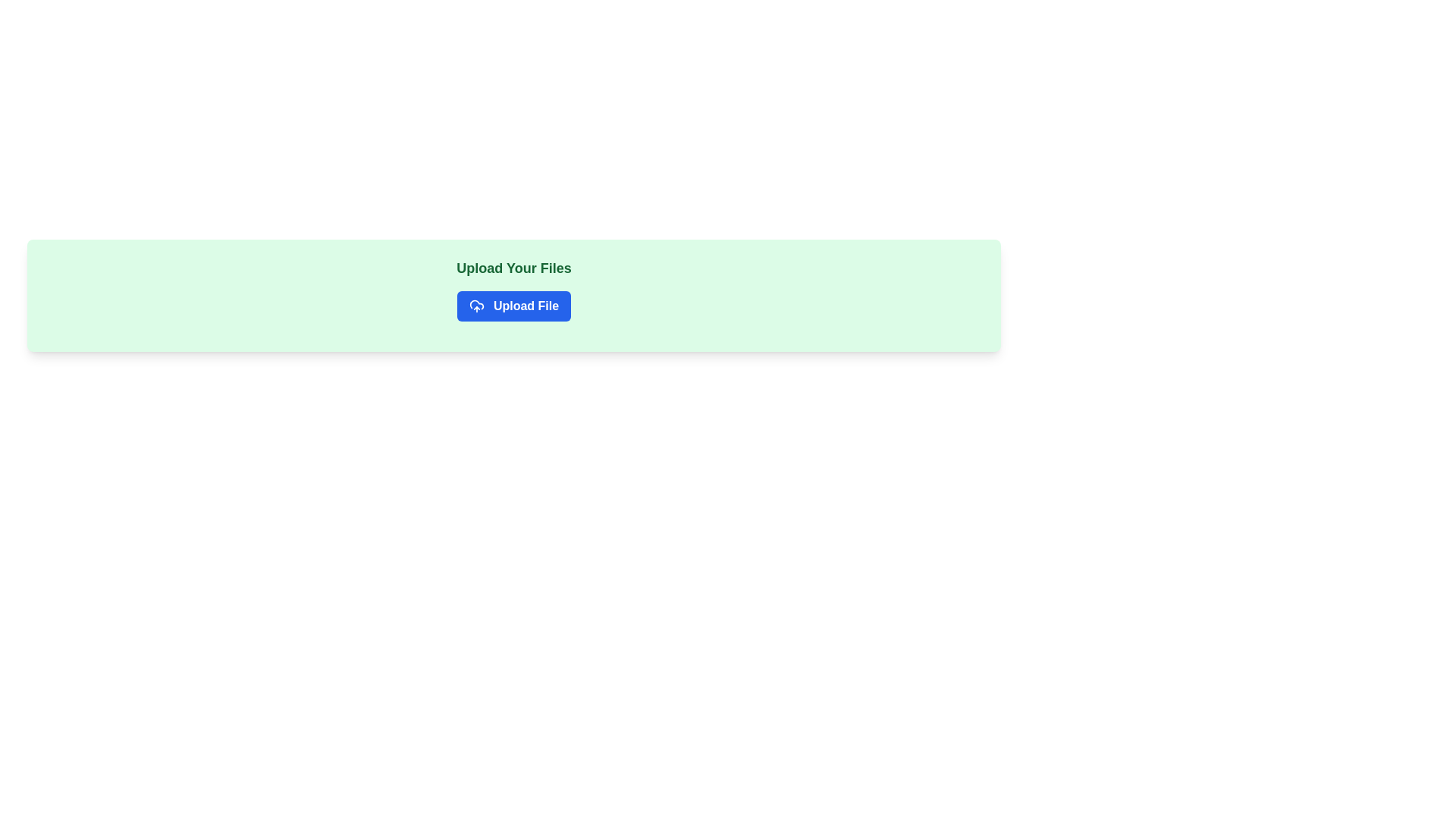 Image resolution: width=1456 pixels, height=819 pixels. What do you see at coordinates (513, 306) in the screenshot?
I see `the rectangular button with a blue background and white text that reads 'Upload File'` at bounding box center [513, 306].